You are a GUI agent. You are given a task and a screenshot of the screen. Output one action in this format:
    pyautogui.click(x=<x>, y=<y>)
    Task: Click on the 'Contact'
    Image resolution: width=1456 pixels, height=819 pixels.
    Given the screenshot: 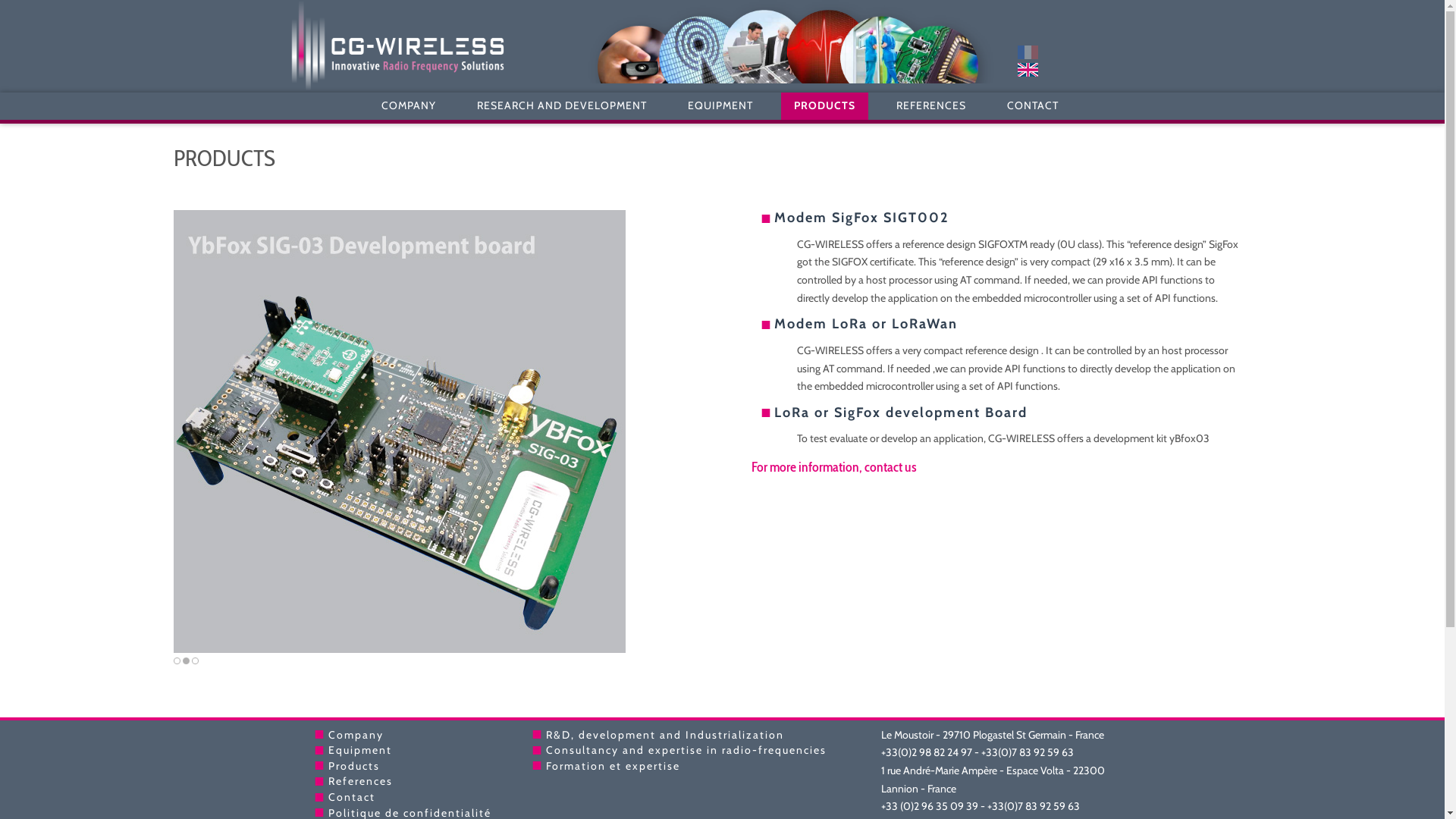 What is the action you would take?
    pyautogui.click(x=350, y=795)
    